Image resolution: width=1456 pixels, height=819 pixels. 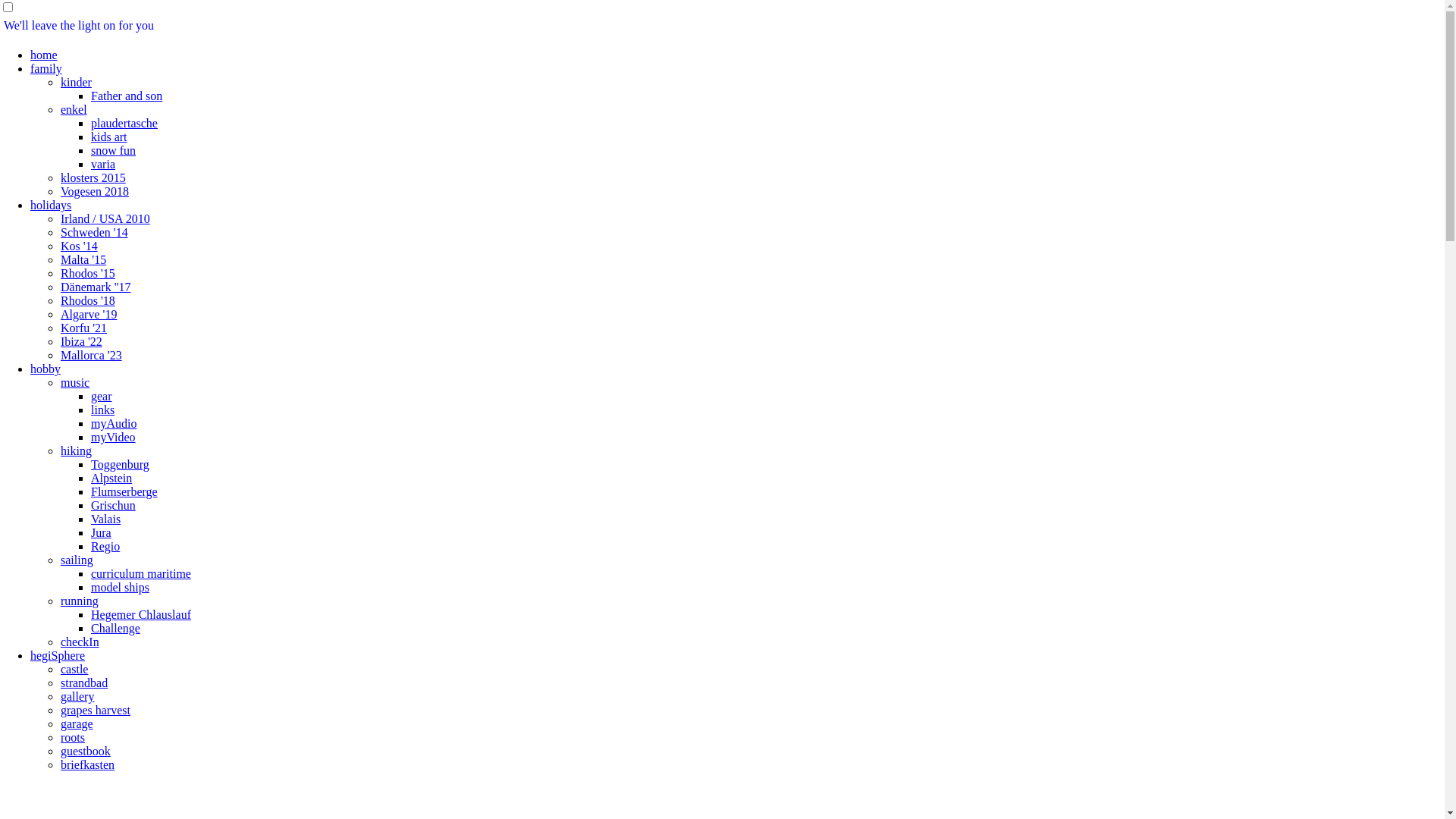 I want to click on 'myVideo', so click(x=112, y=437).